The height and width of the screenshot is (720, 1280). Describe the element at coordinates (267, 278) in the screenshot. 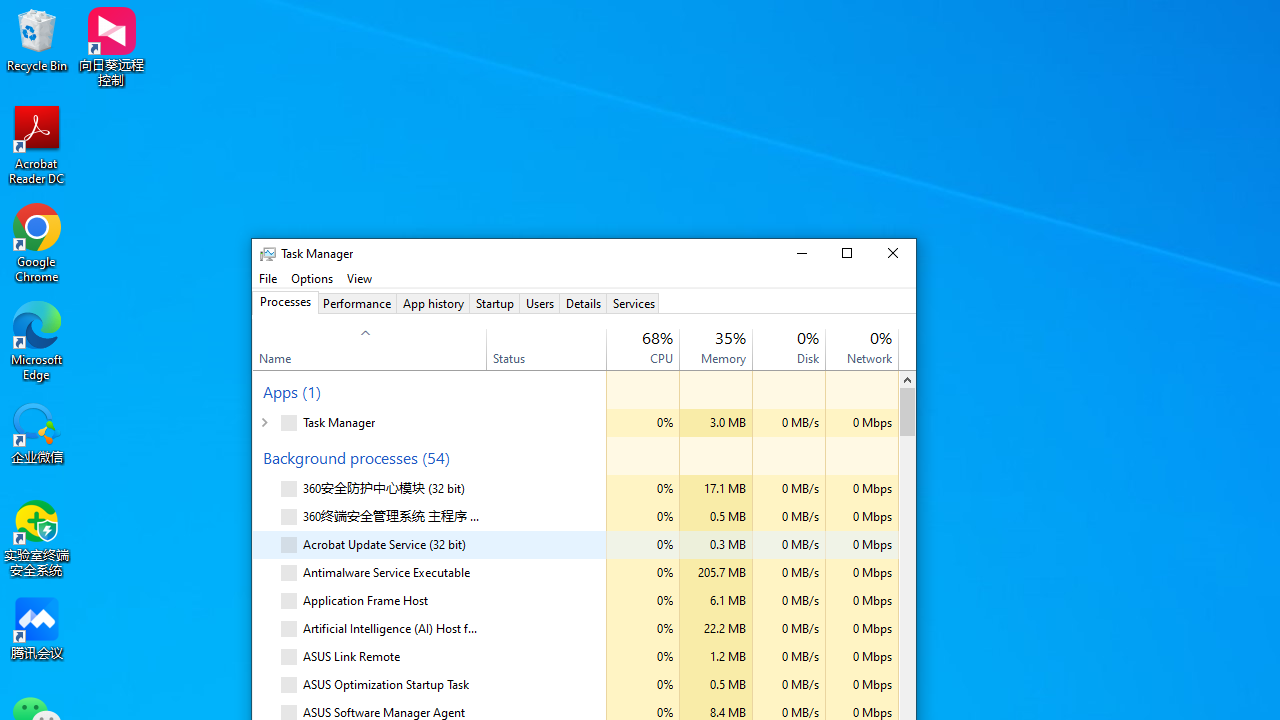

I see `'File'` at that location.